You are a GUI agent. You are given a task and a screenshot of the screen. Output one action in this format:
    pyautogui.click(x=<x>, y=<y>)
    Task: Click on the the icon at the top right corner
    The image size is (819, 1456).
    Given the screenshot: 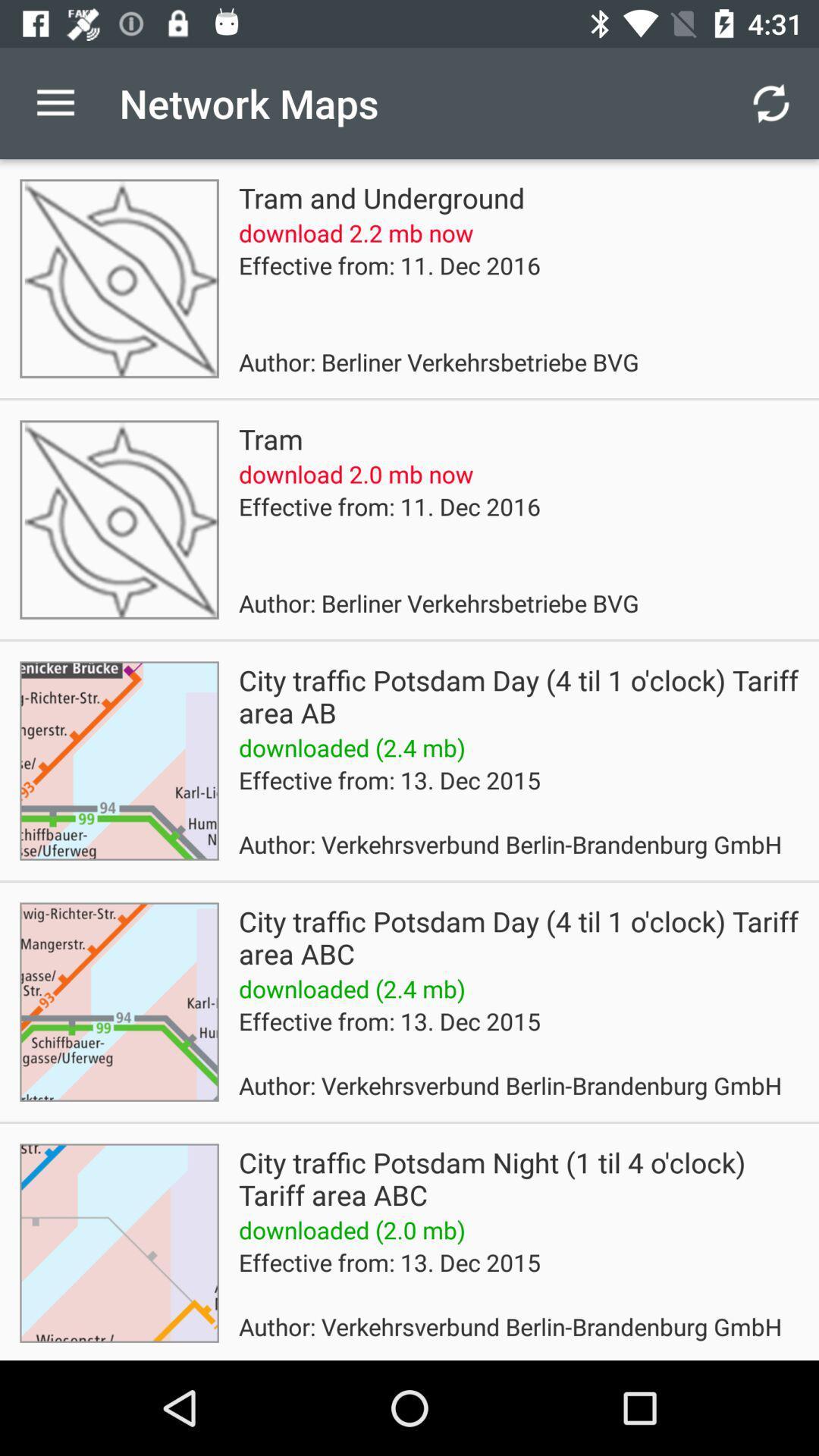 What is the action you would take?
    pyautogui.click(x=771, y=102)
    